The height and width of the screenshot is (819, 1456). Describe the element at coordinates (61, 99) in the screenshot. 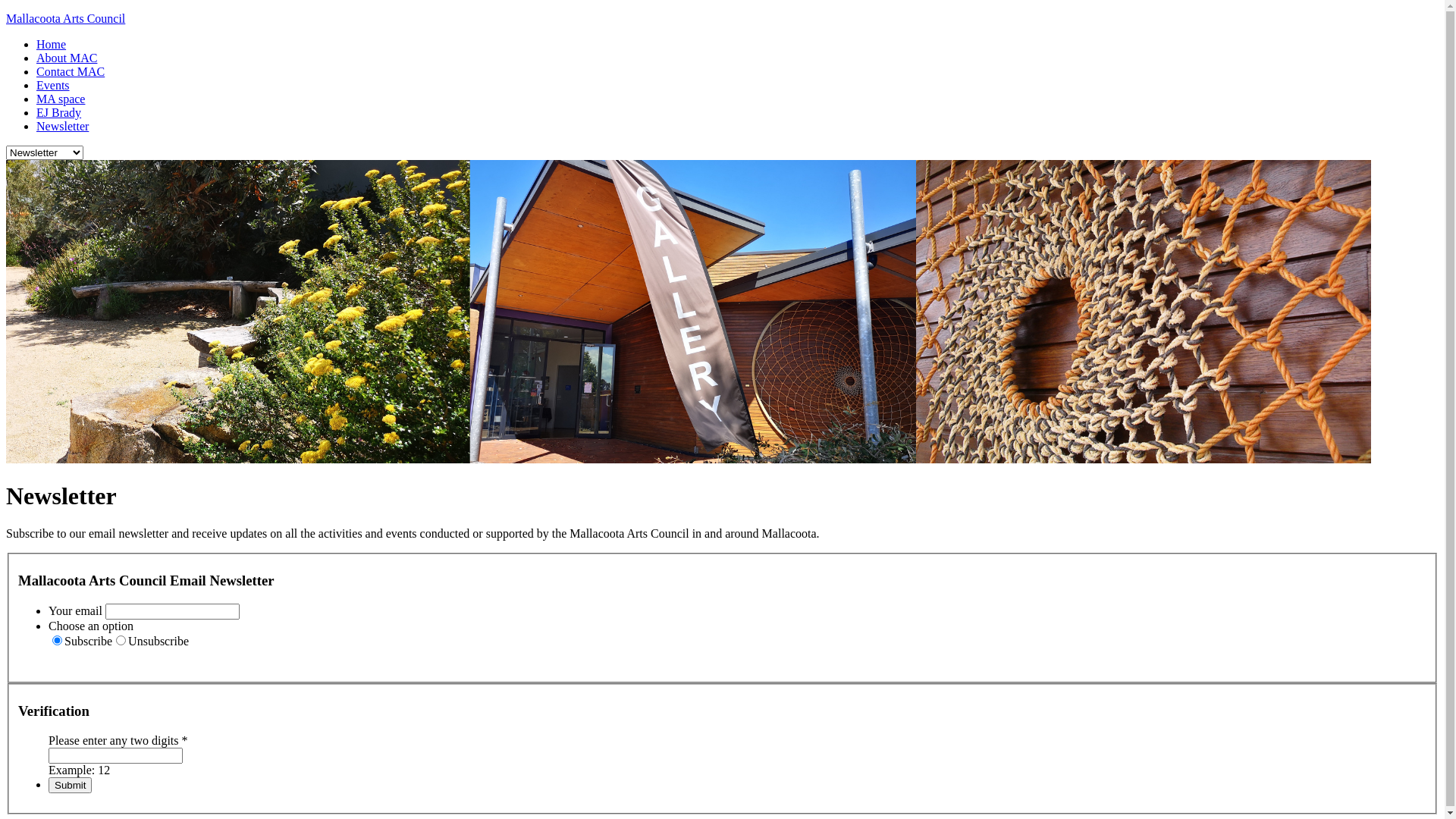

I see `'MA space'` at that location.